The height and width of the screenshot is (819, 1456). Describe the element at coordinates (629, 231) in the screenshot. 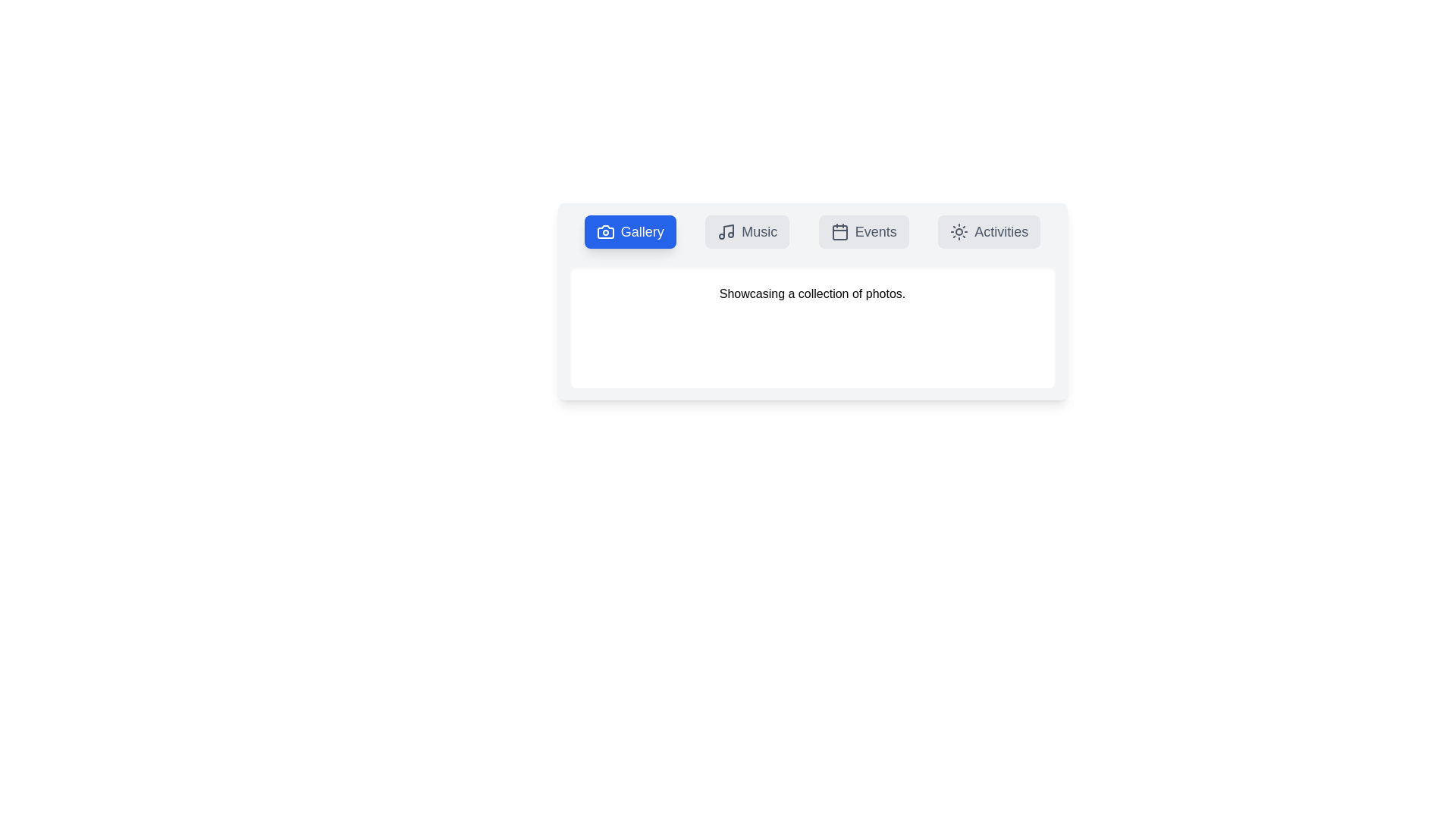

I see `the tab labeled Gallery` at that location.